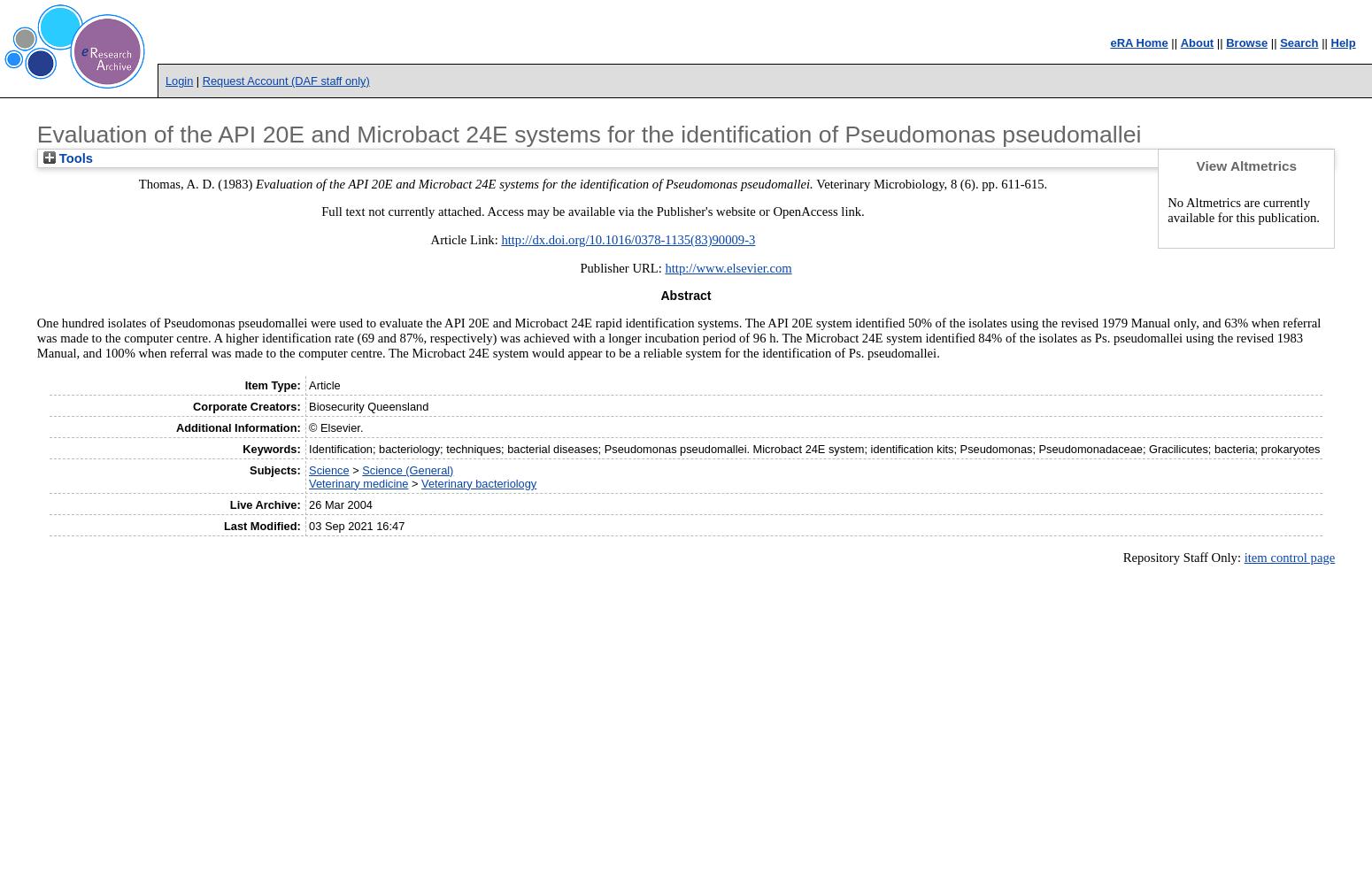 This screenshot has width=1372, height=885. Describe the element at coordinates (249, 469) in the screenshot. I see `'Subjects:'` at that location.